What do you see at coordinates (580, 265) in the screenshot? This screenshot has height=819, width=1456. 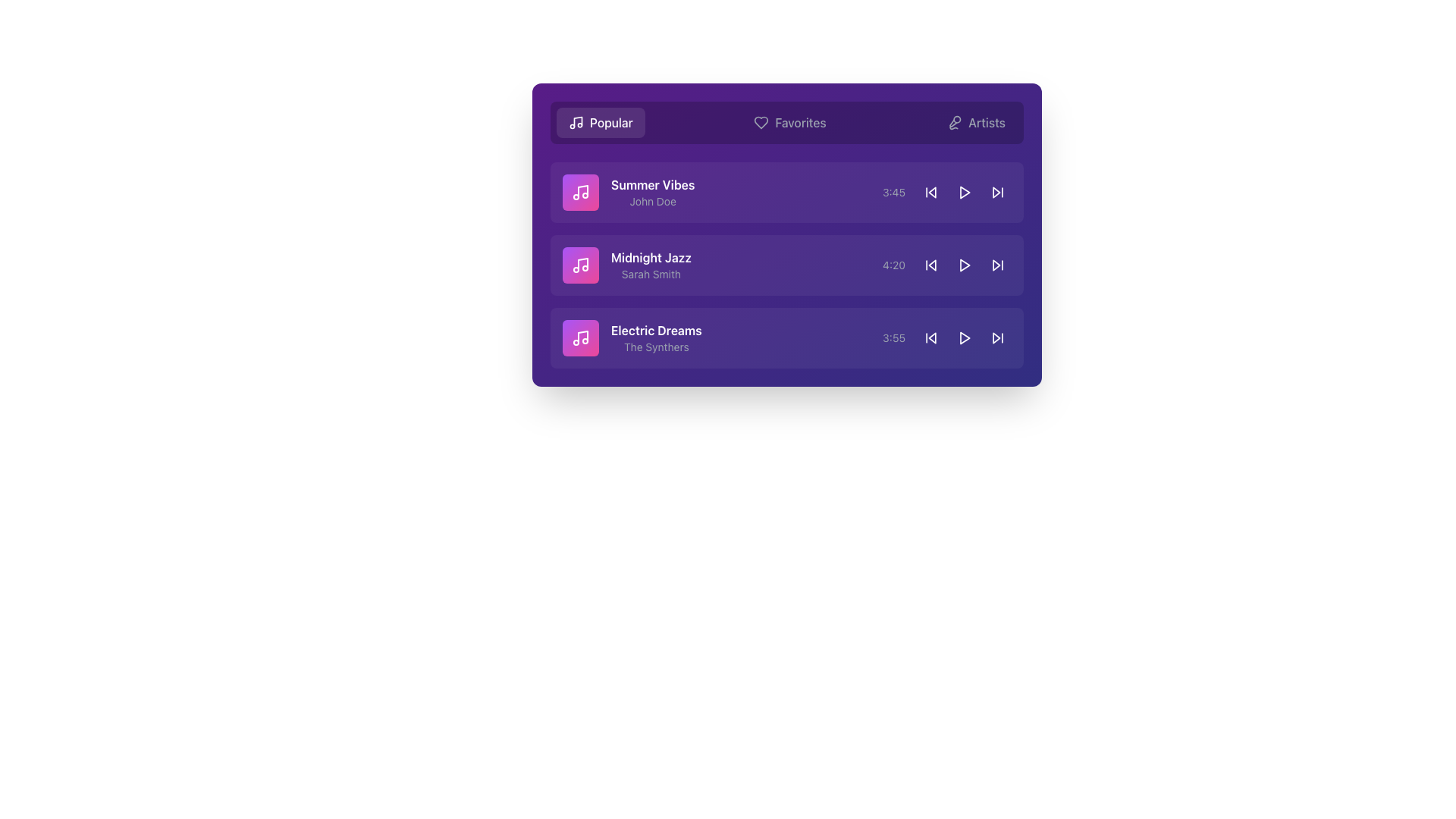 I see `music track icon located to the left of the 'Summer Vibes' text in the top row of the list interface to view its properties` at bounding box center [580, 265].